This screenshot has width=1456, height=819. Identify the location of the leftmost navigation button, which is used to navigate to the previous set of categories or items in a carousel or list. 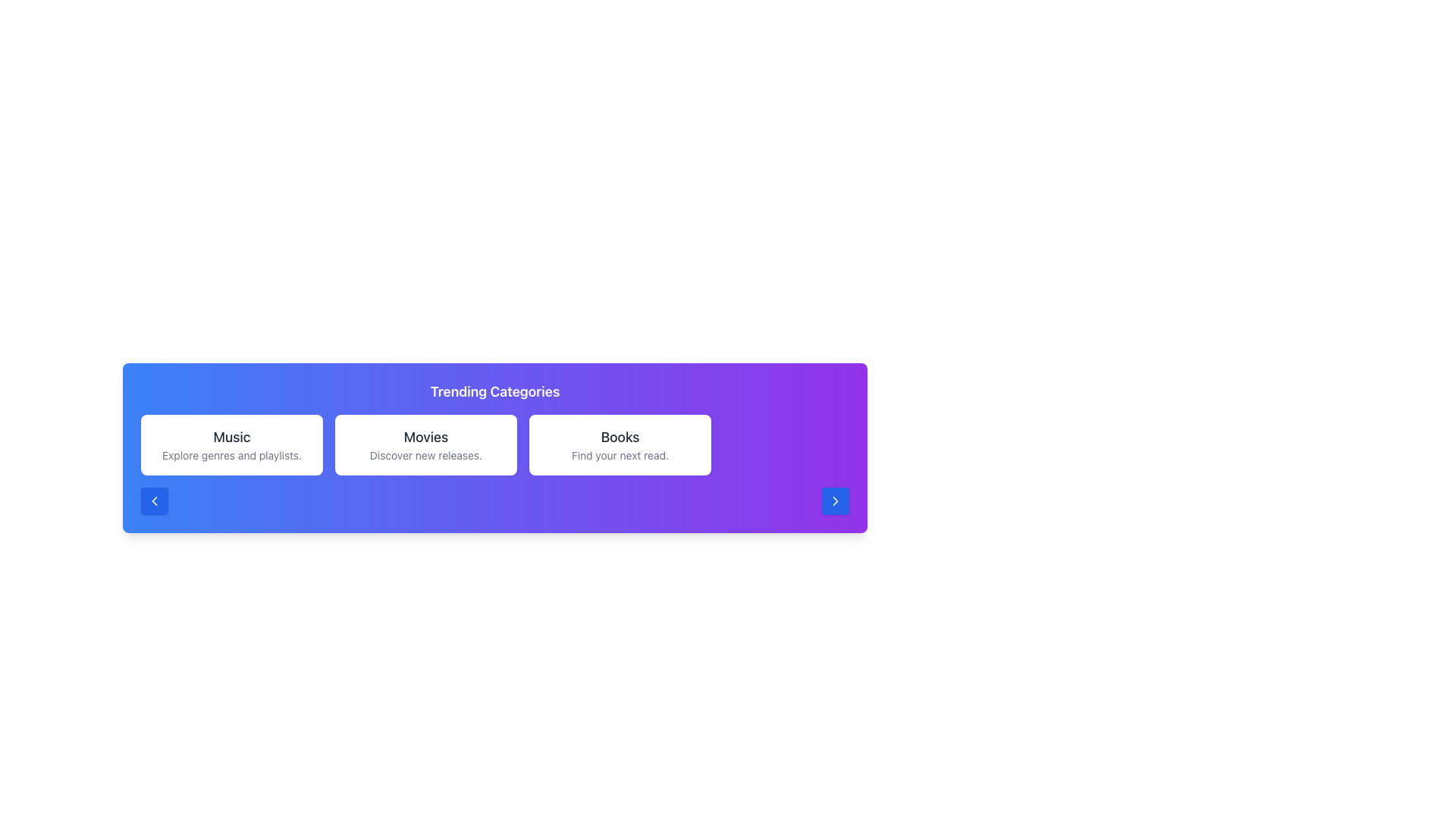
(154, 500).